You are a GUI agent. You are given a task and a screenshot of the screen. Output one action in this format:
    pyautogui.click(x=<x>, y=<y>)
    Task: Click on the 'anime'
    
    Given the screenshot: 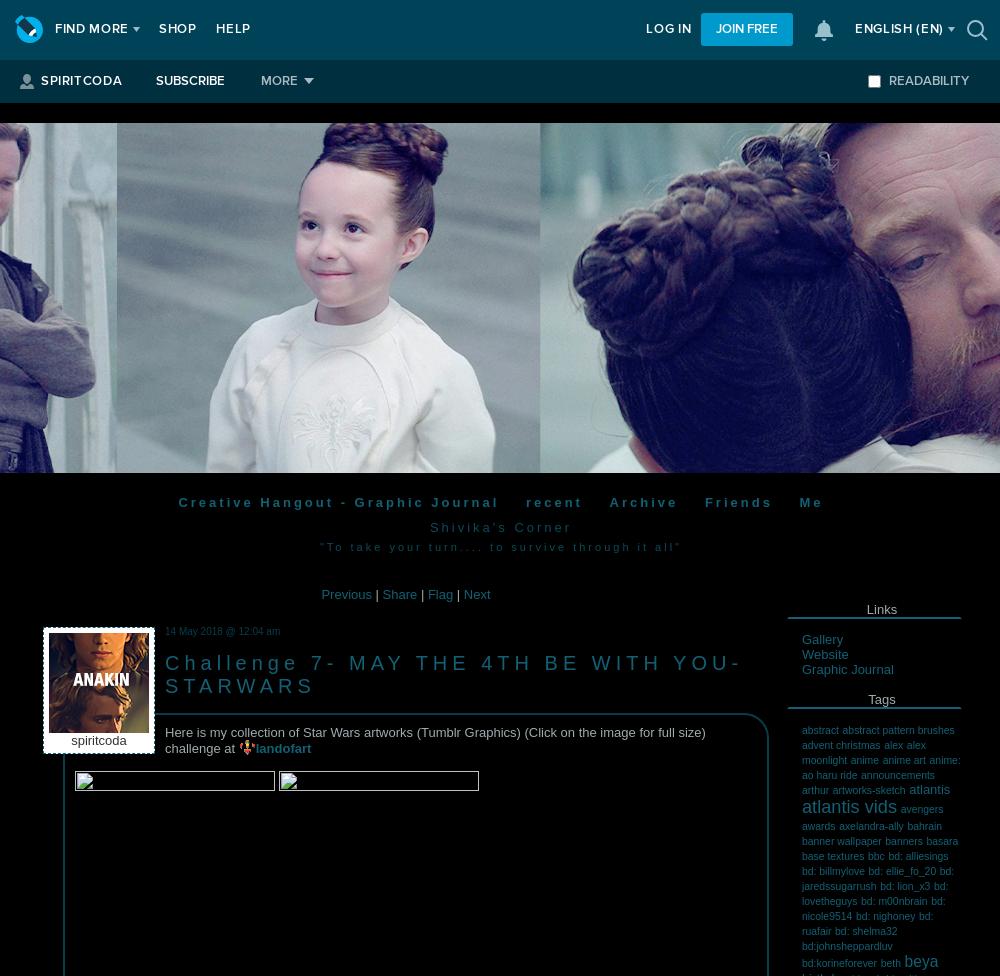 What is the action you would take?
    pyautogui.click(x=863, y=760)
    